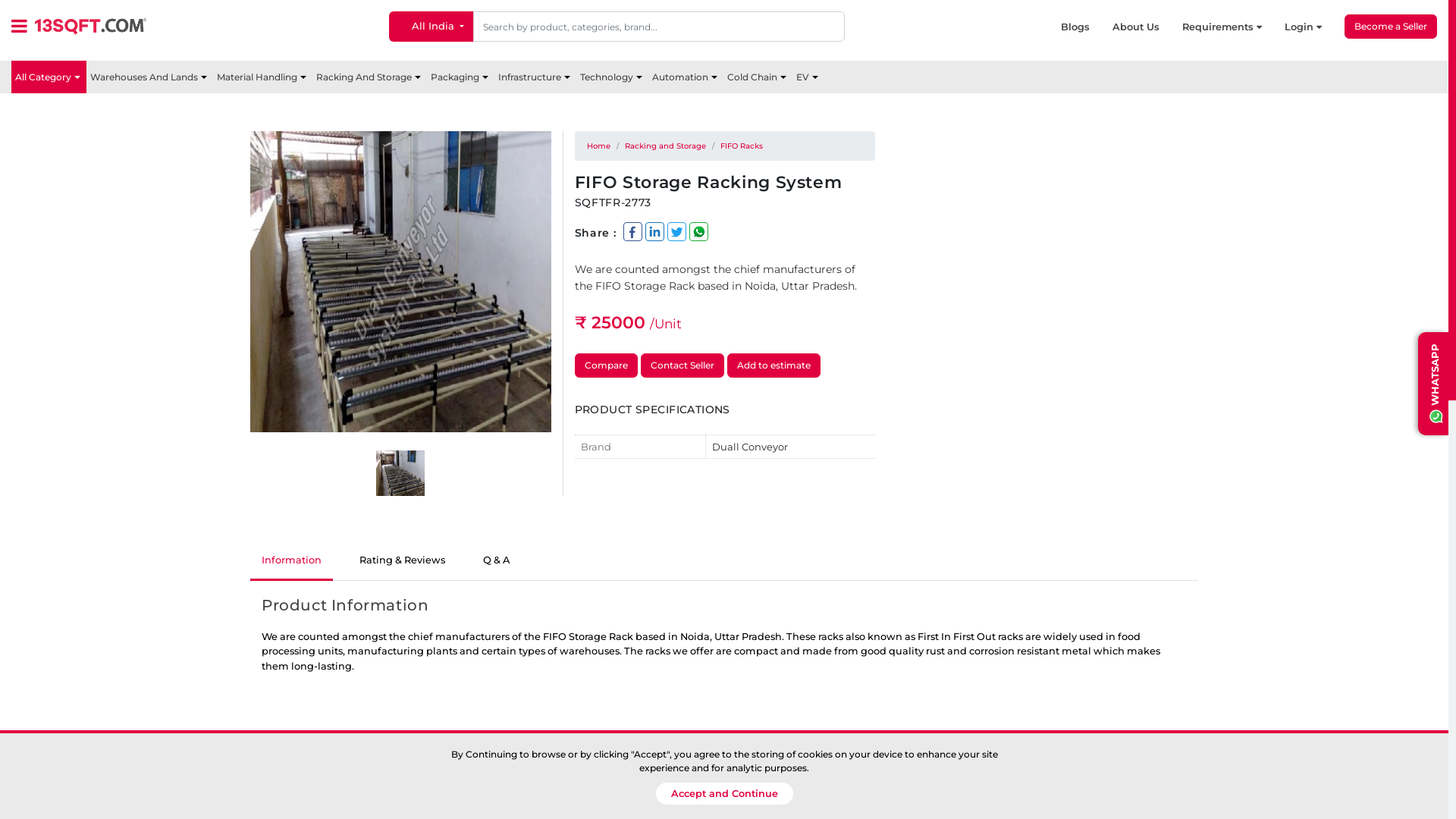 The width and height of the screenshot is (1456, 819). Describe the element at coordinates (1147, 27) in the screenshot. I see `'About Us'` at that location.